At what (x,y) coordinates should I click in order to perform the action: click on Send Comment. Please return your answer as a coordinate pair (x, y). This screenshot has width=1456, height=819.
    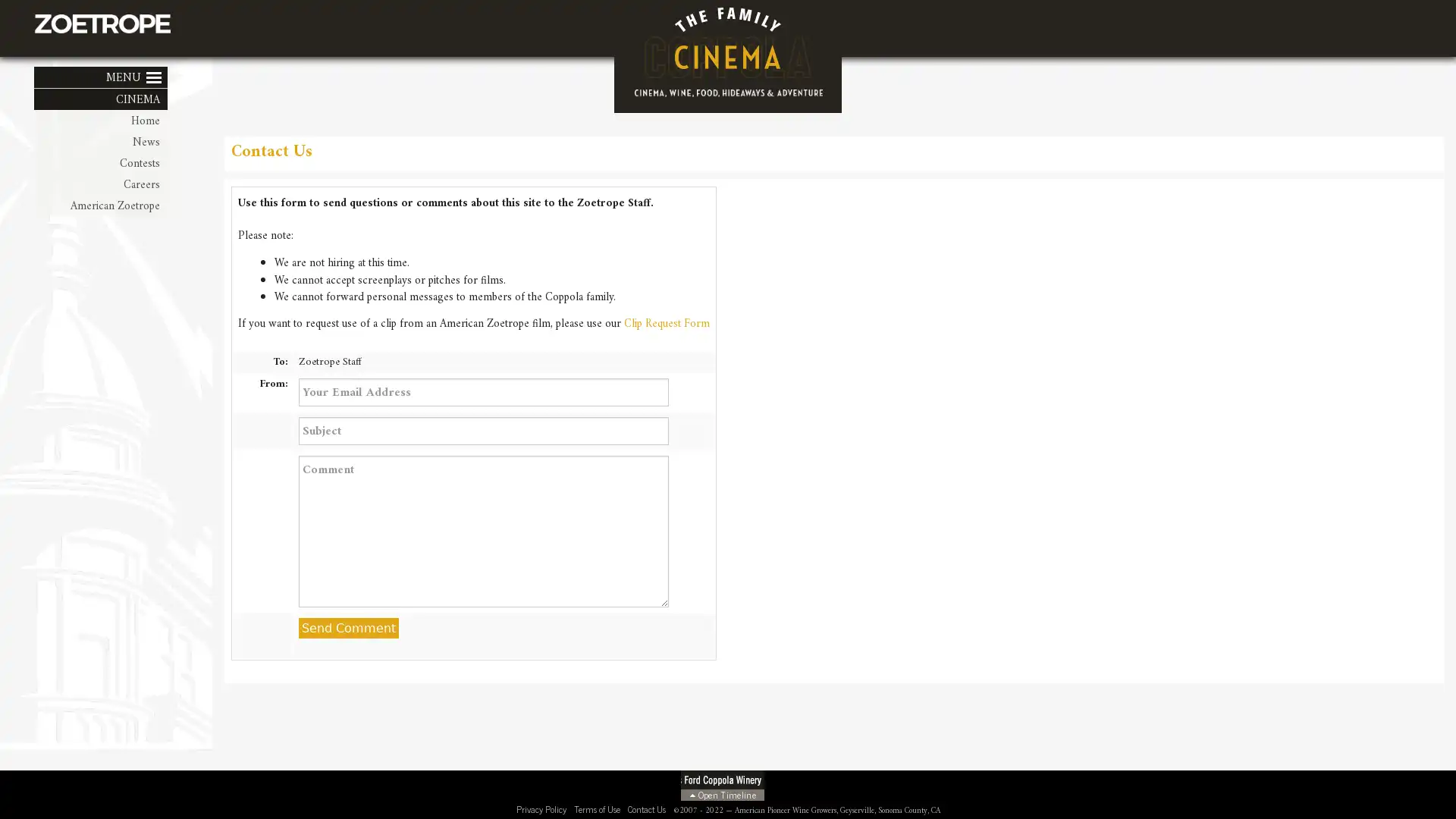
    Looking at the image, I should click on (347, 628).